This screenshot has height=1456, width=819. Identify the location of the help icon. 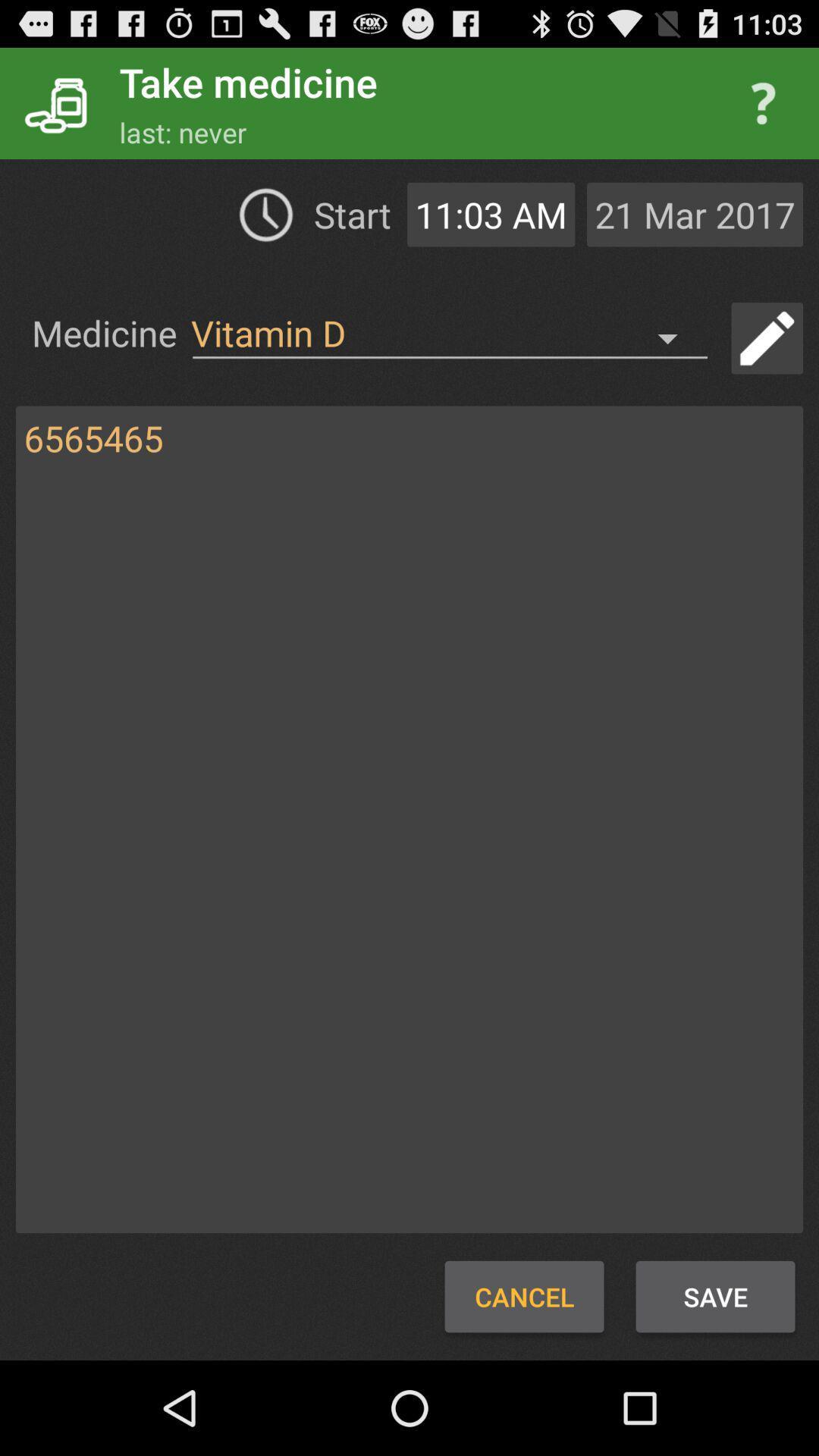
(763, 110).